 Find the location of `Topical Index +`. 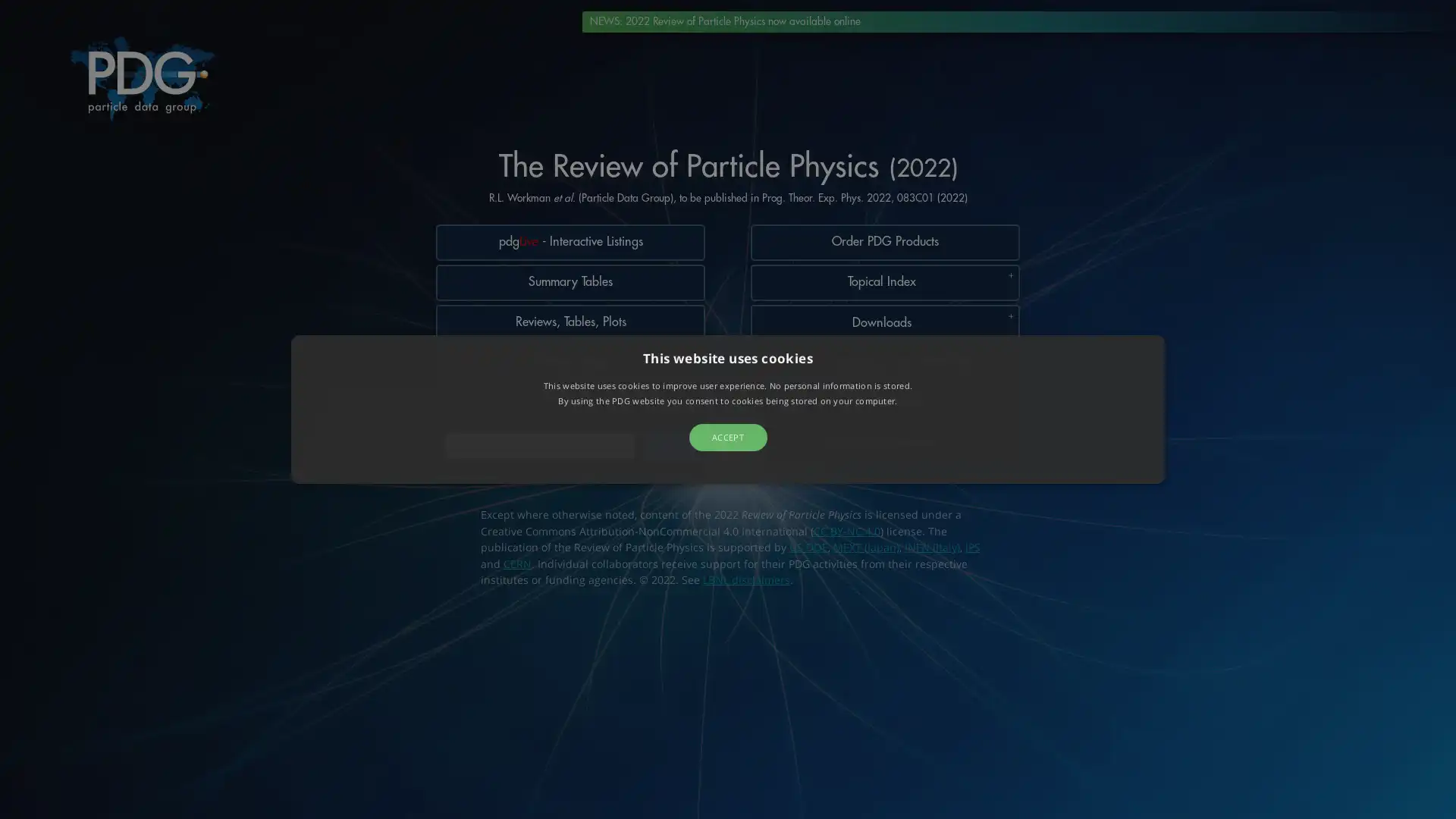

Topical Index + is located at coordinates (884, 287).